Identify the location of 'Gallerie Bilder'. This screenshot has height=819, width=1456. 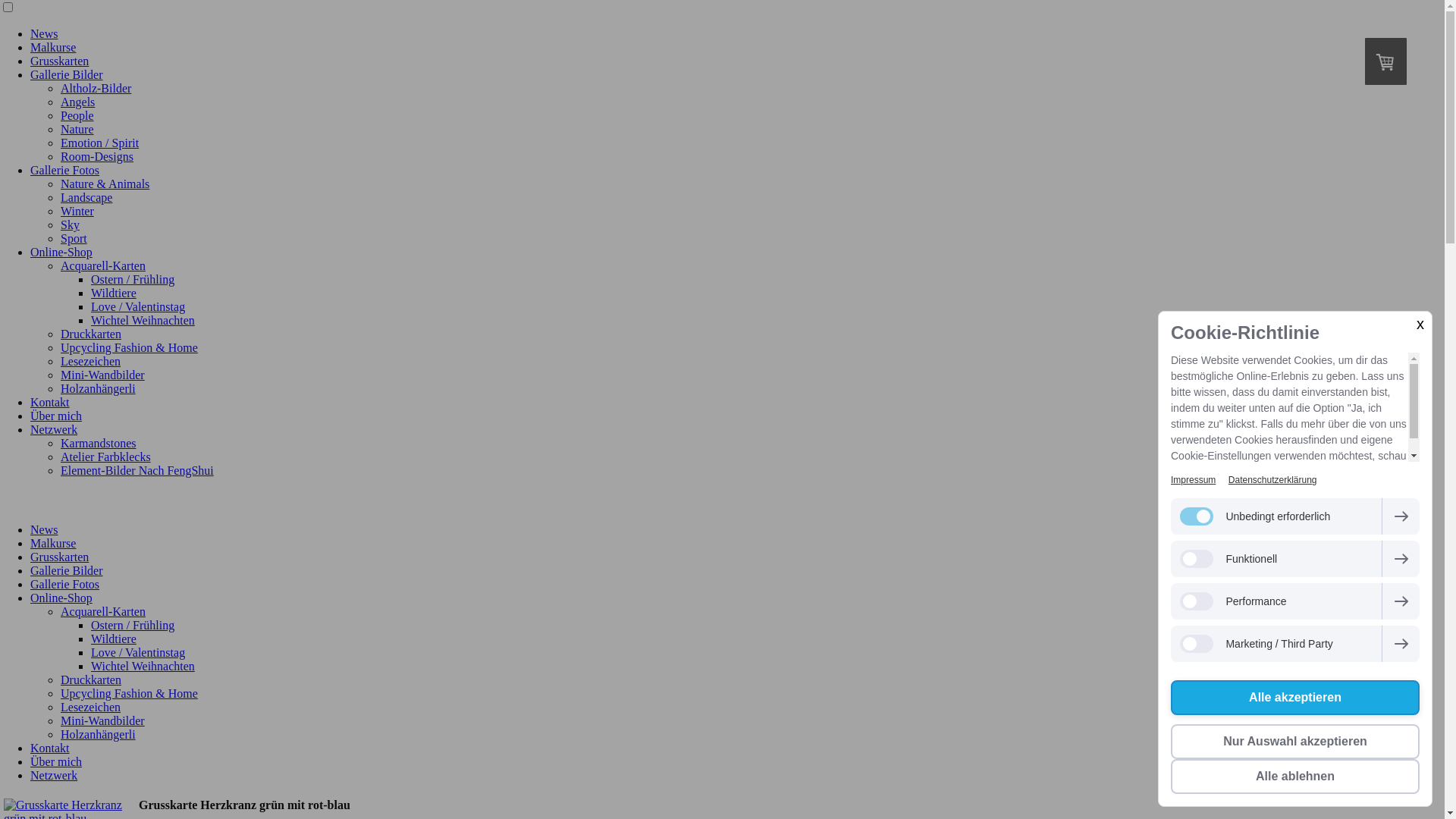
(65, 74).